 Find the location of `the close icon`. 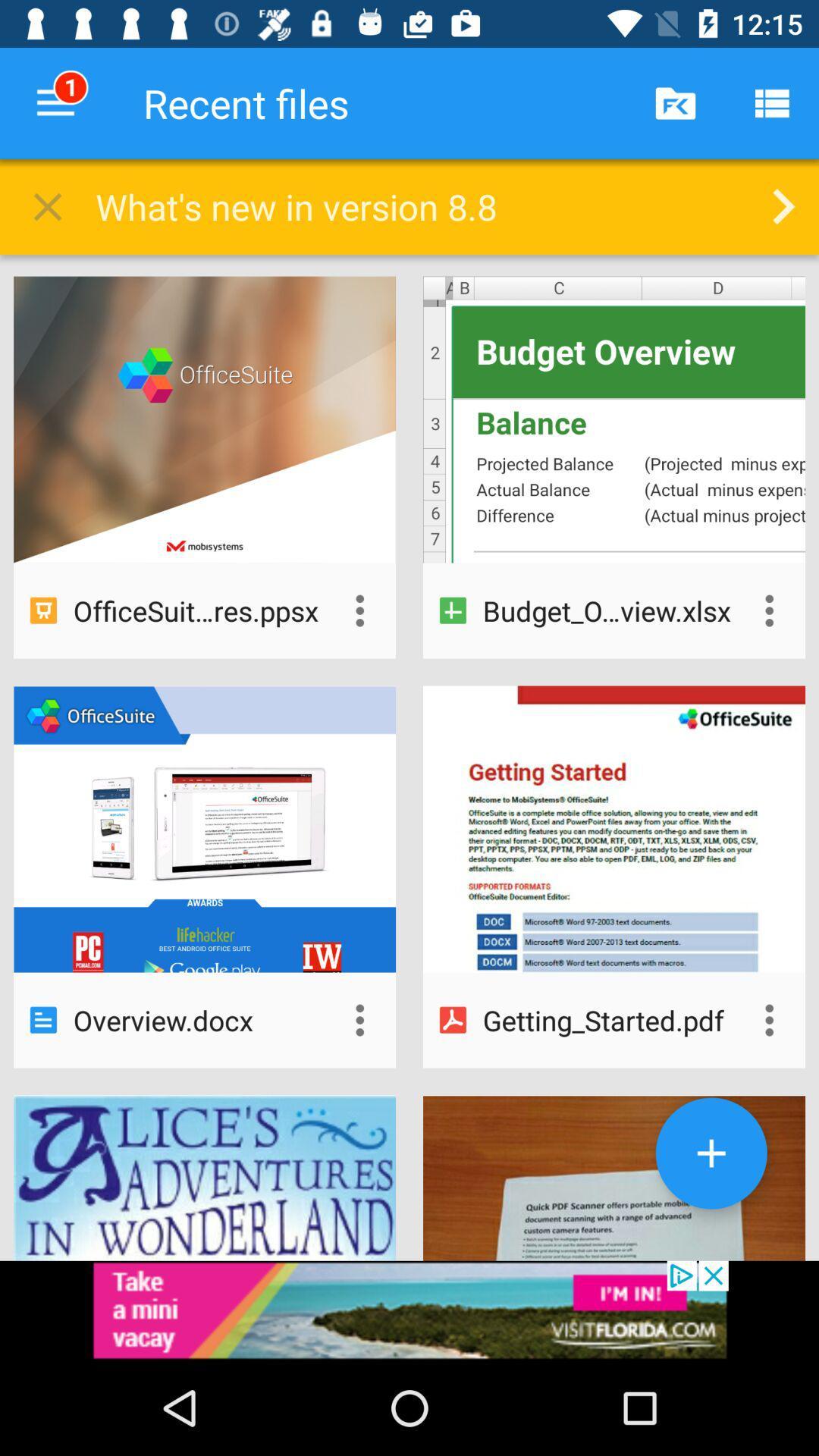

the close icon is located at coordinates (46, 210).